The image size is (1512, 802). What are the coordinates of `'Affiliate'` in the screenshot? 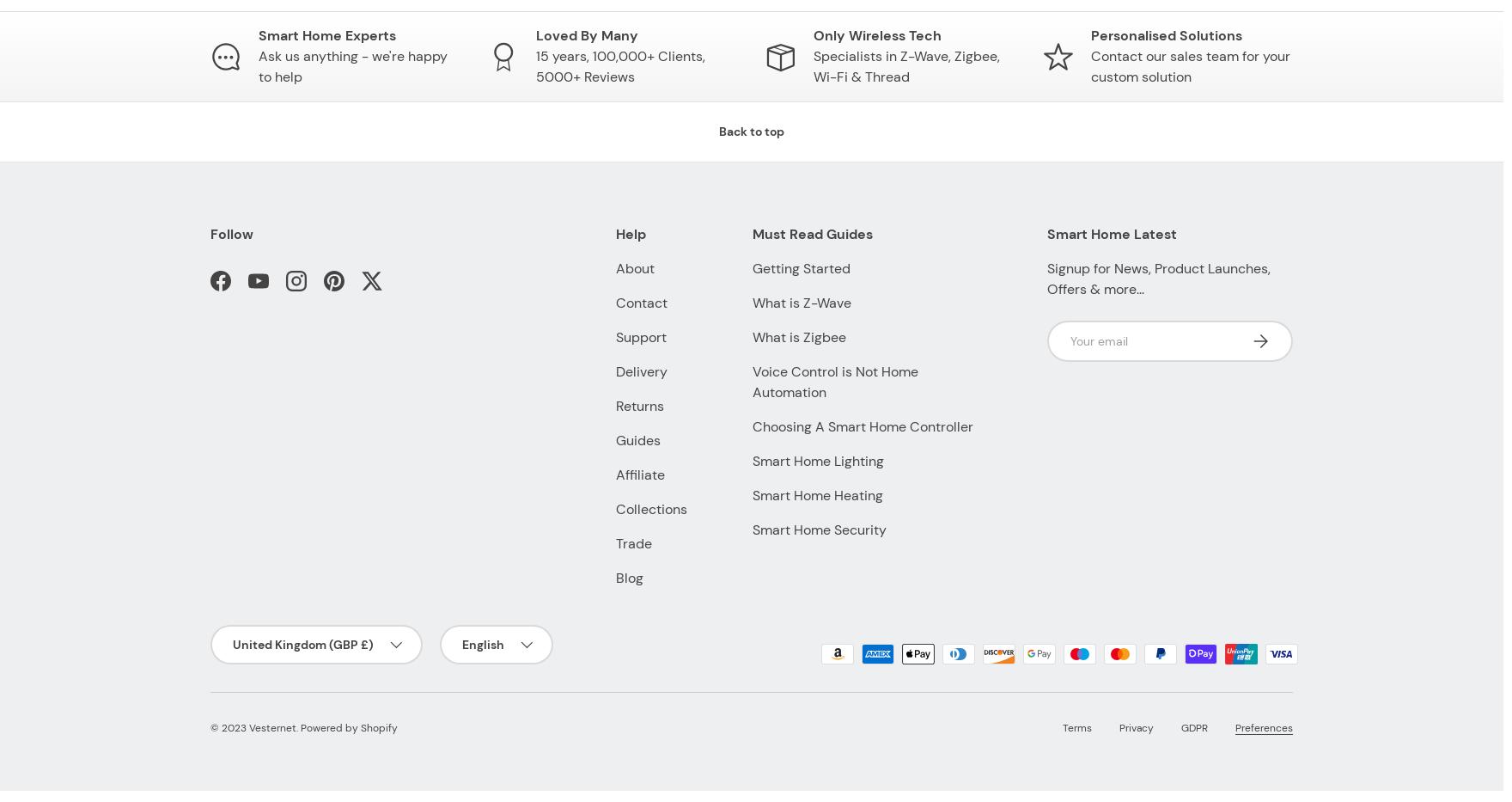 It's located at (639, 474).